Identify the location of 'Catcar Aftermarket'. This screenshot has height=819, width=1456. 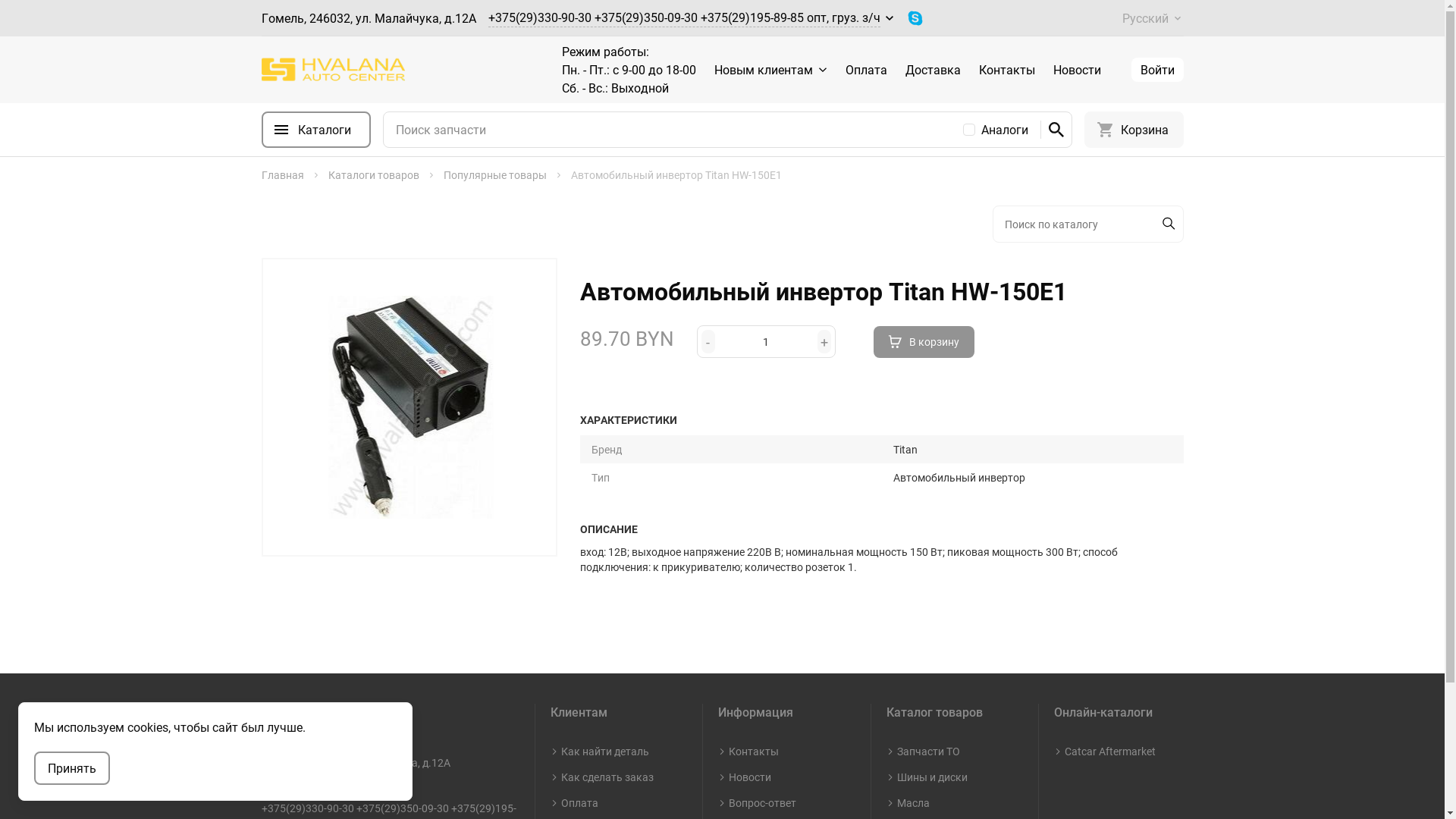
(1110, 752).